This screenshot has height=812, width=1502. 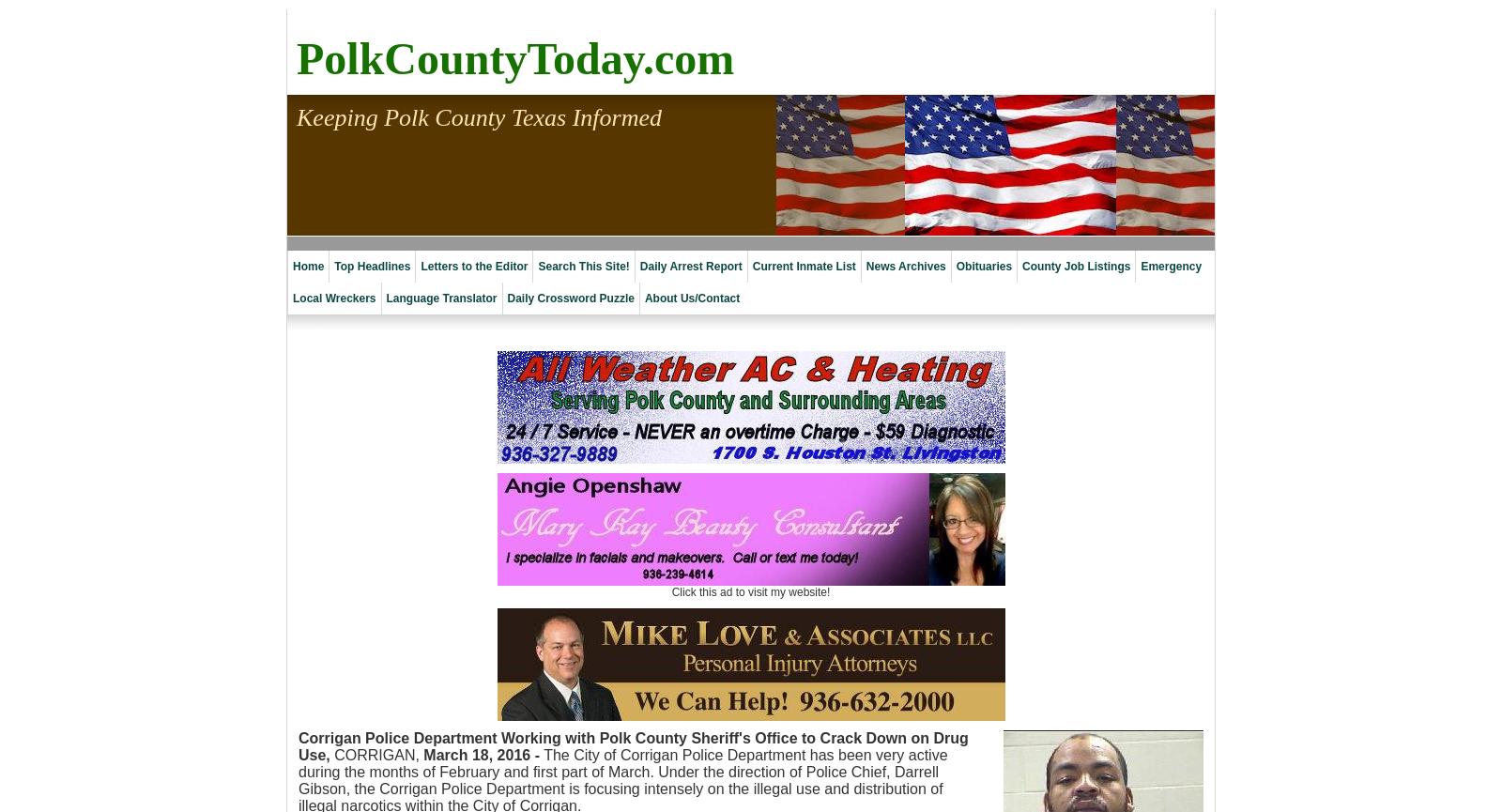 I want to click on 'Language Translator', so click(x=440, y=298).